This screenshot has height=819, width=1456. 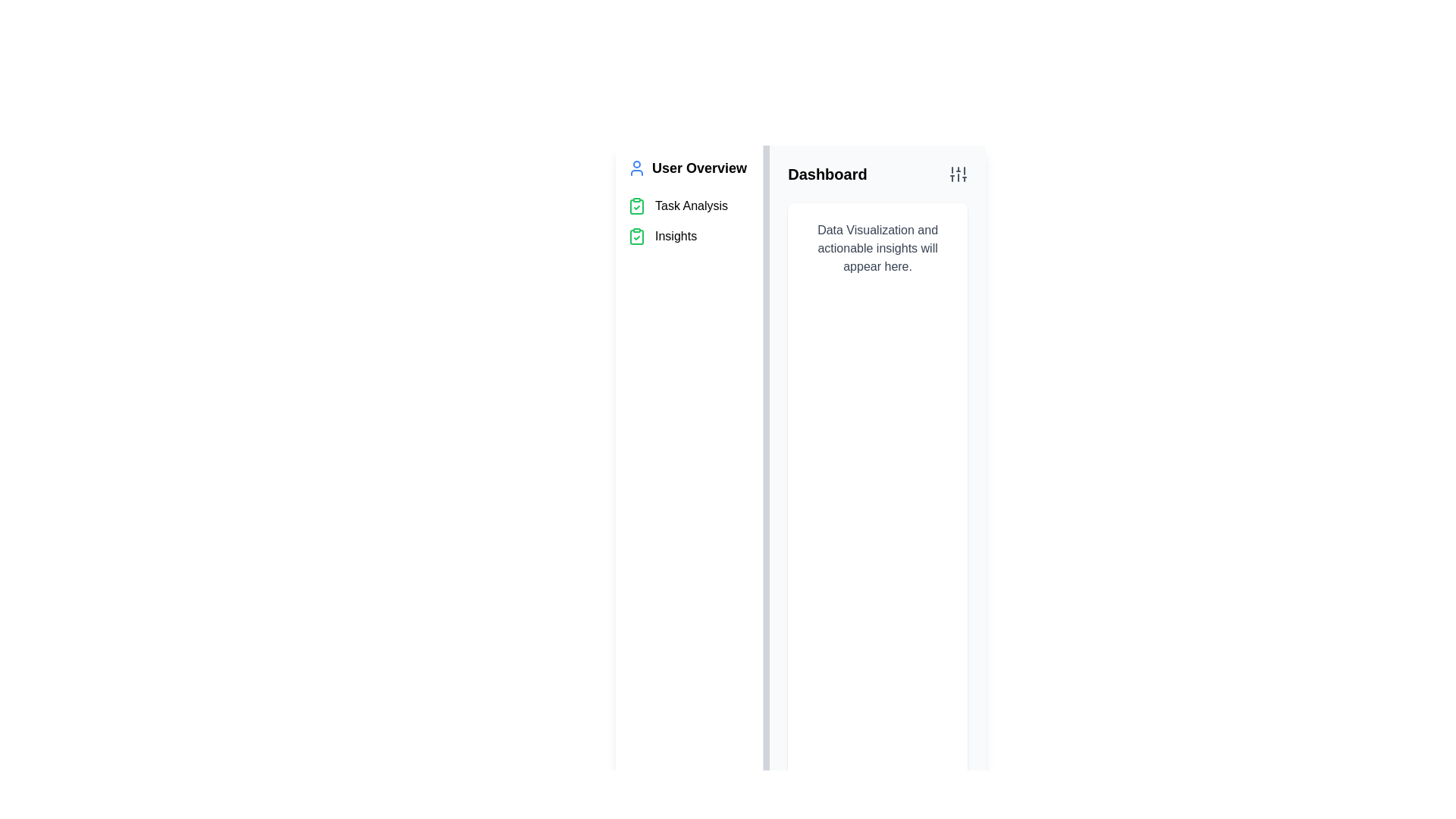 I want to click on header text element located in the top-left section of the main content area, which indicates the current view or page, so click(x=827, y=174).